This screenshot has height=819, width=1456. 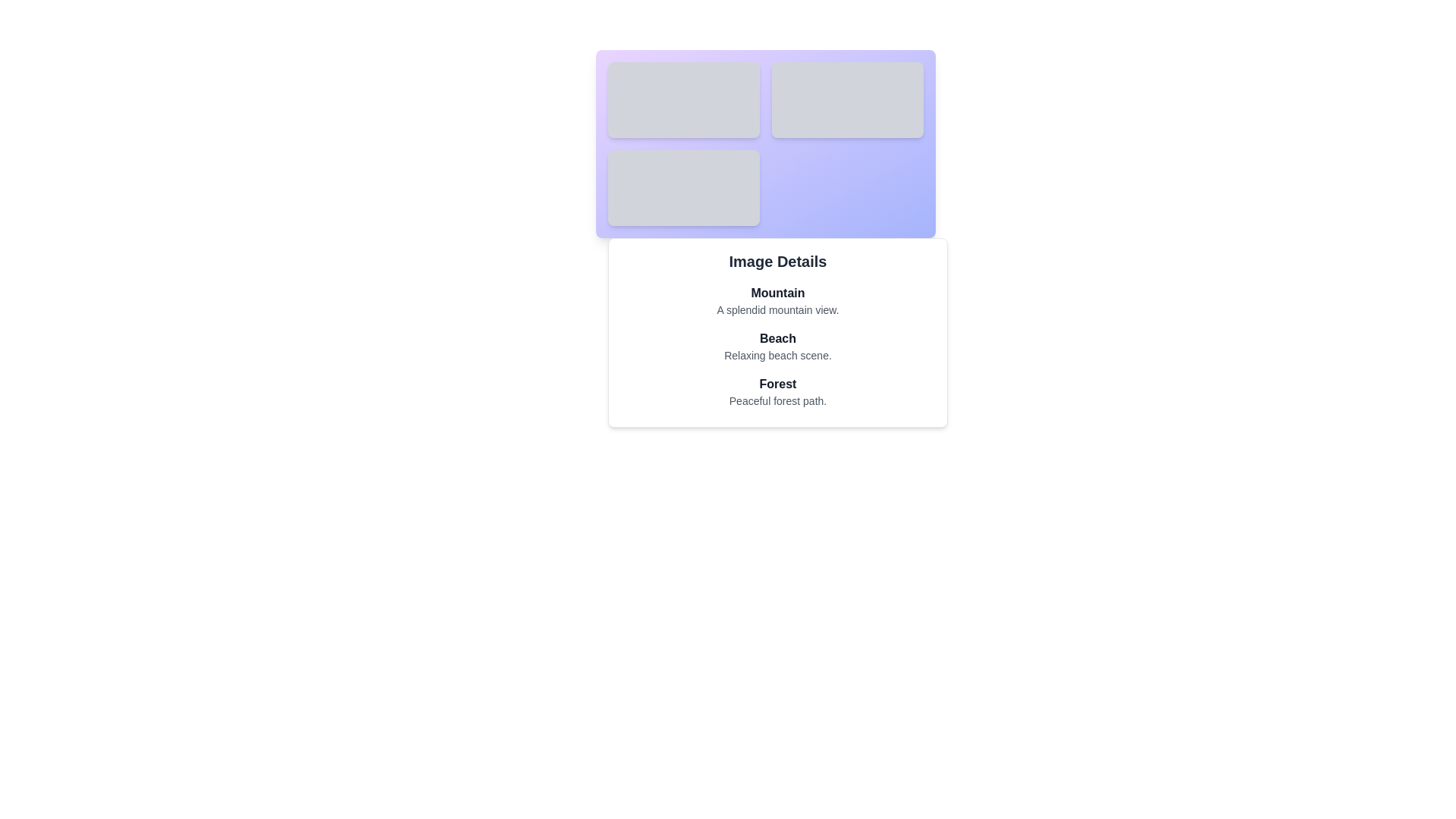 What do you see at coordinates (778, 356) in the screenshot?
I see `the label containing the text 'Relaxing beach scene.' which is located below the bold 'Beach' text in the 'Beach' section` at bounding box center [778, 356].